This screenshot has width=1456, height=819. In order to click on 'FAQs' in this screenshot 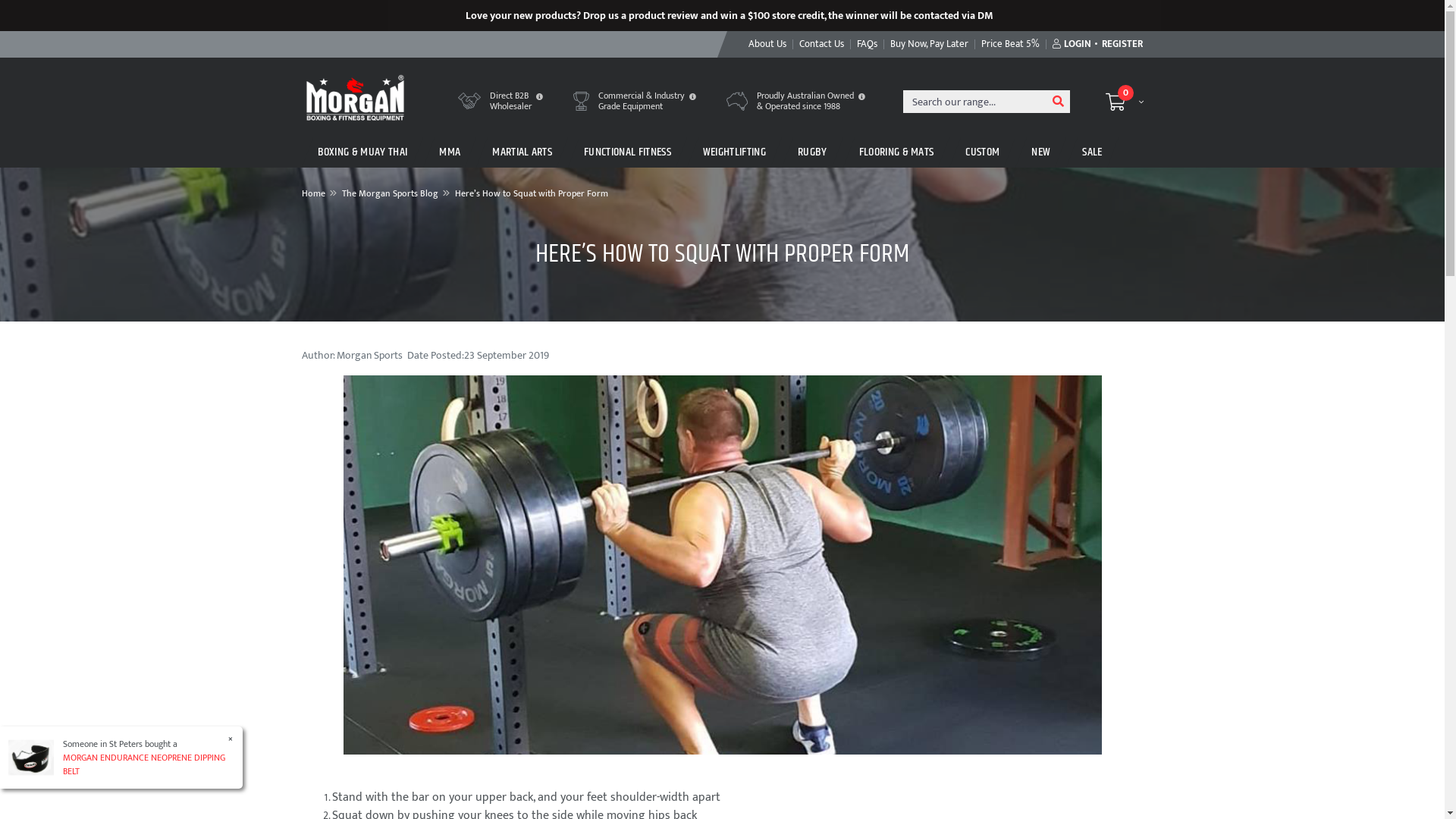, I will do `click(850, 43)`.